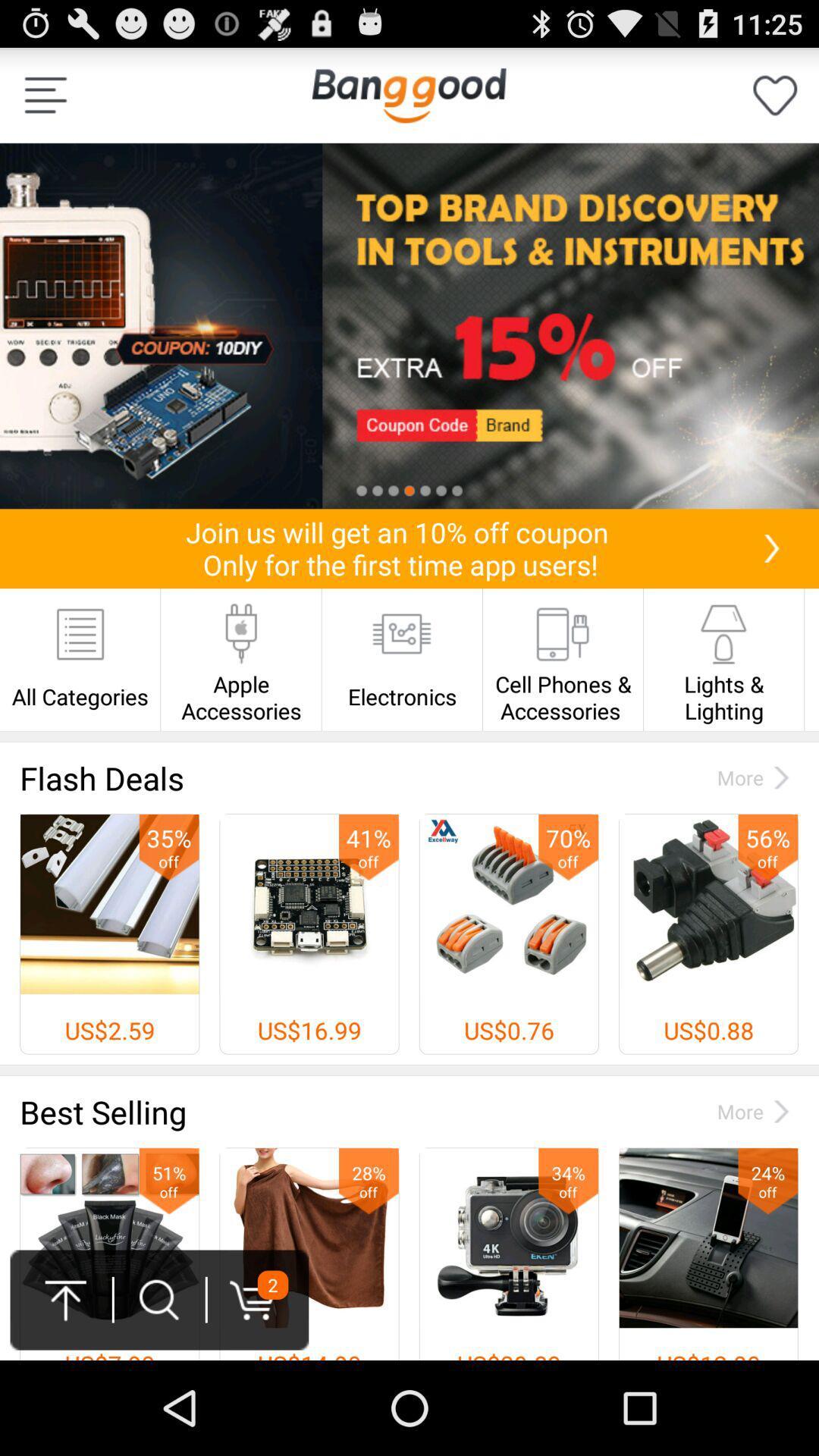 The width and height of the screenshot is (819, 1456). What do you see at coordinates (45, 94) in the screenshot?
I see `more option button` at bounding box center [45, 94].